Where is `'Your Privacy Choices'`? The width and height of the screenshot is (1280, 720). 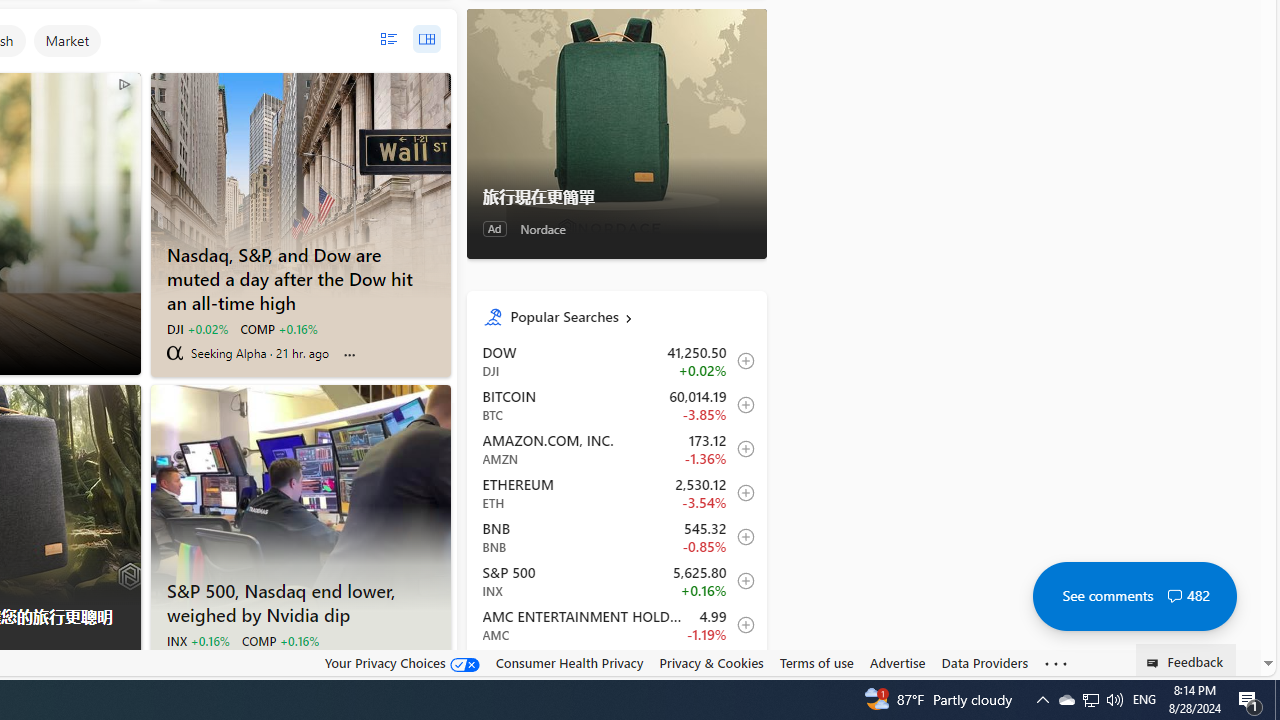 'Your Privacy Choices' is located at coordinates (400, 663).